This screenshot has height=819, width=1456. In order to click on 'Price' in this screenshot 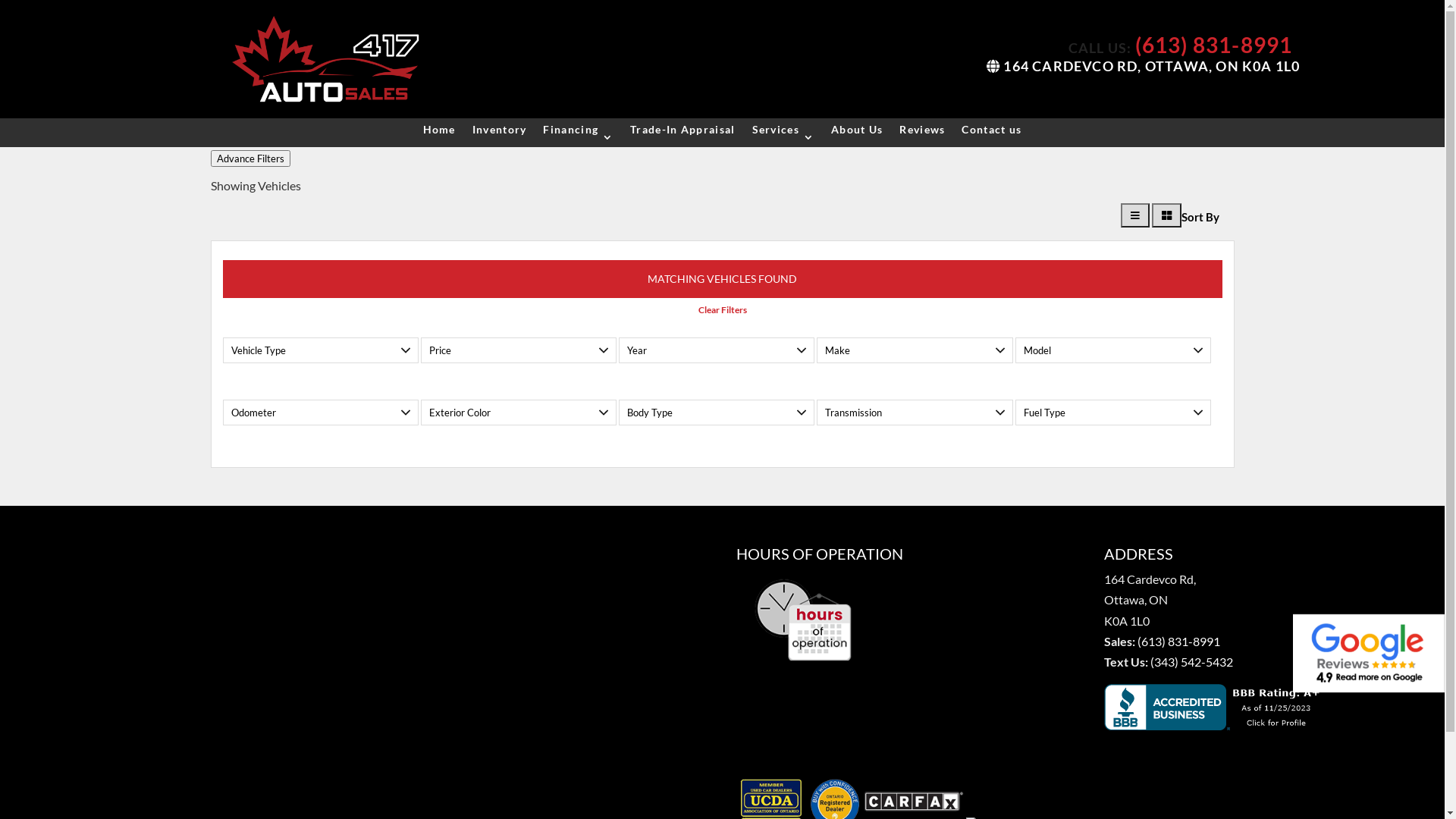, I will do `click(519, 350)`.